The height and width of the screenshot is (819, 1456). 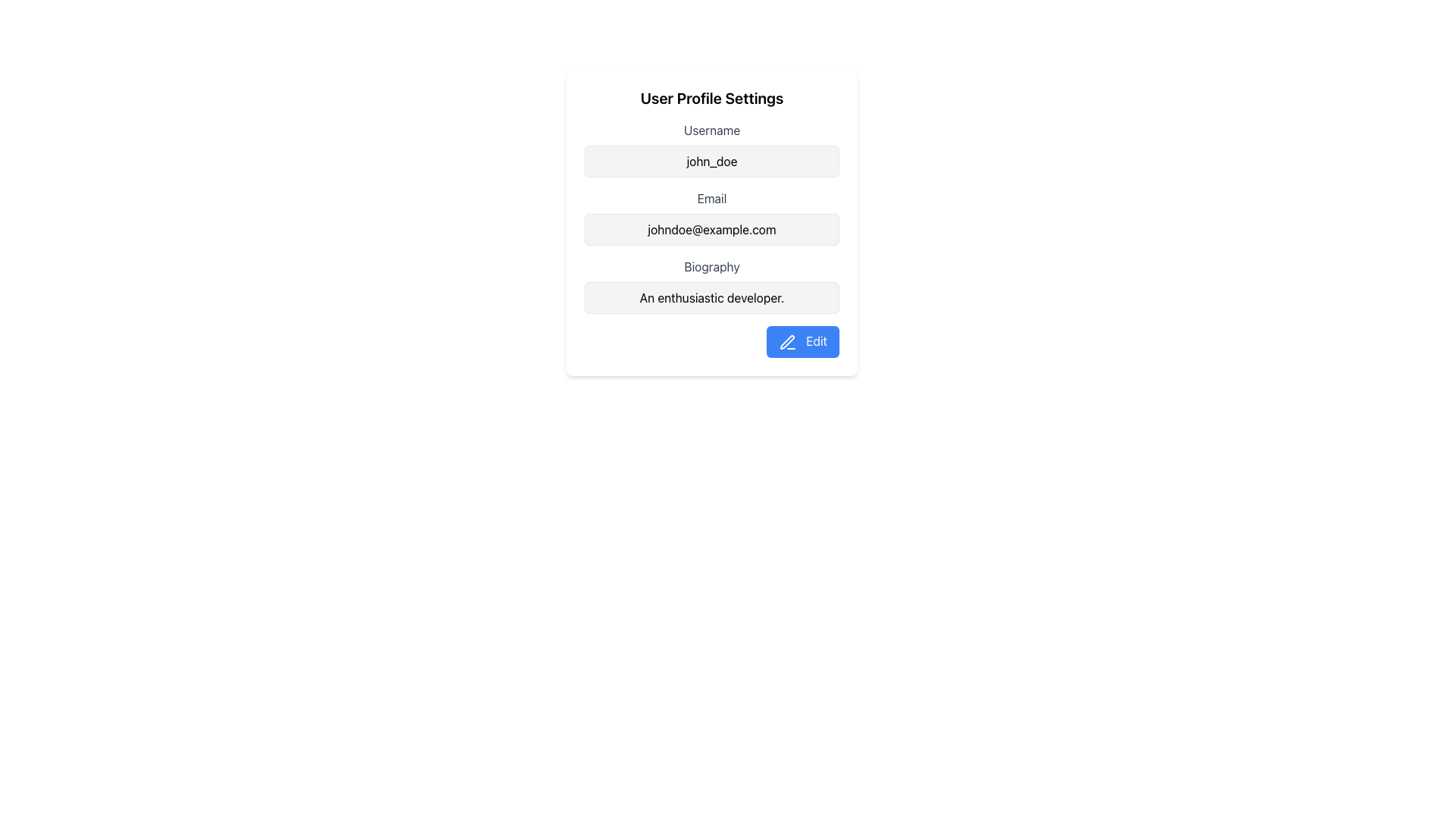 What do you see at coordinates (711, 265) in the screenshot?
I see `the Text label that serves as a header for the descriptive text about a user profile, which is positioned directly above the text 'An enthusiastic developer.'` at bounding box center [711, 265].